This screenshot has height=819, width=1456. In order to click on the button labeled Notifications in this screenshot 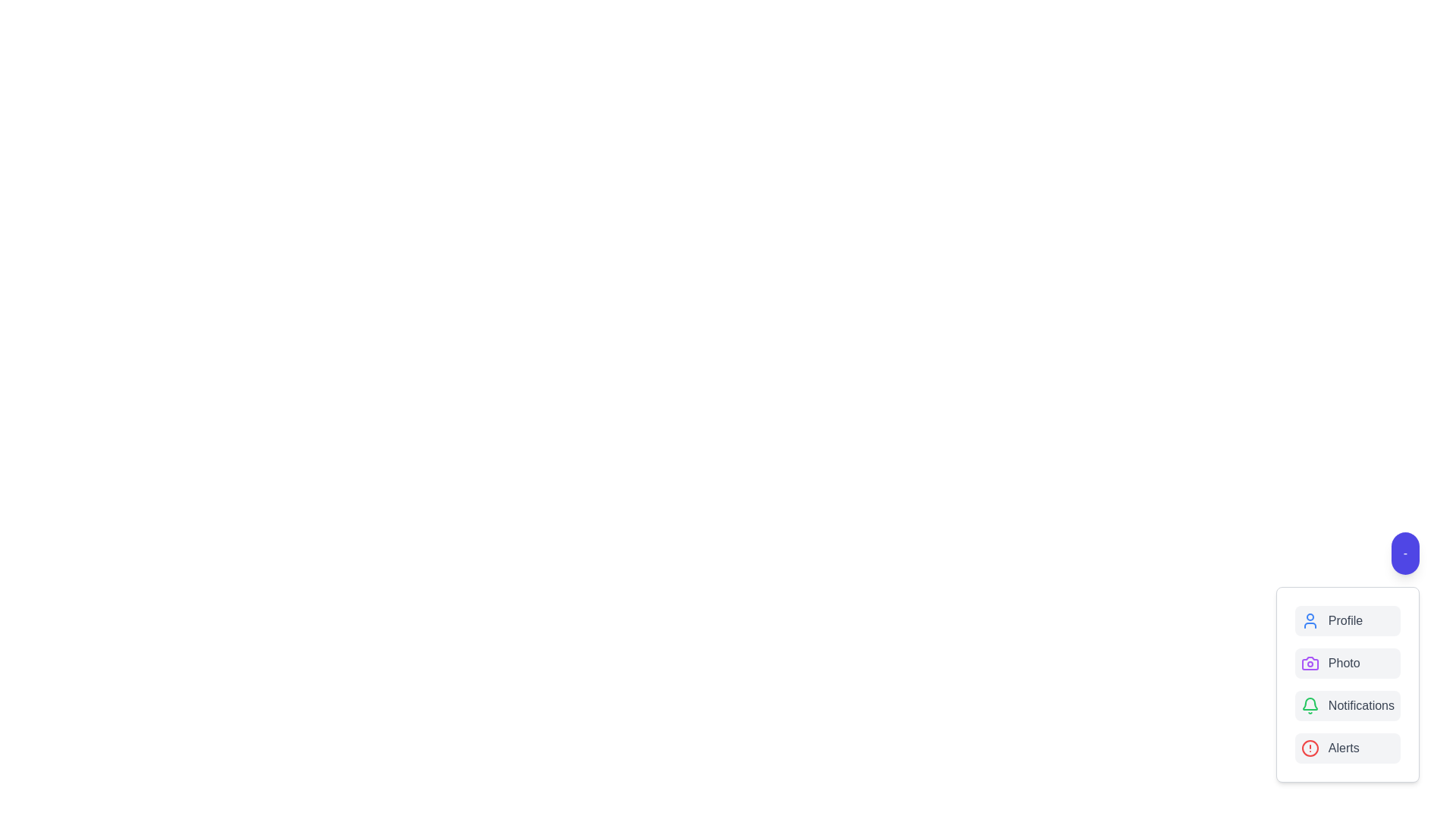, I will do `click(1347, 705)`.